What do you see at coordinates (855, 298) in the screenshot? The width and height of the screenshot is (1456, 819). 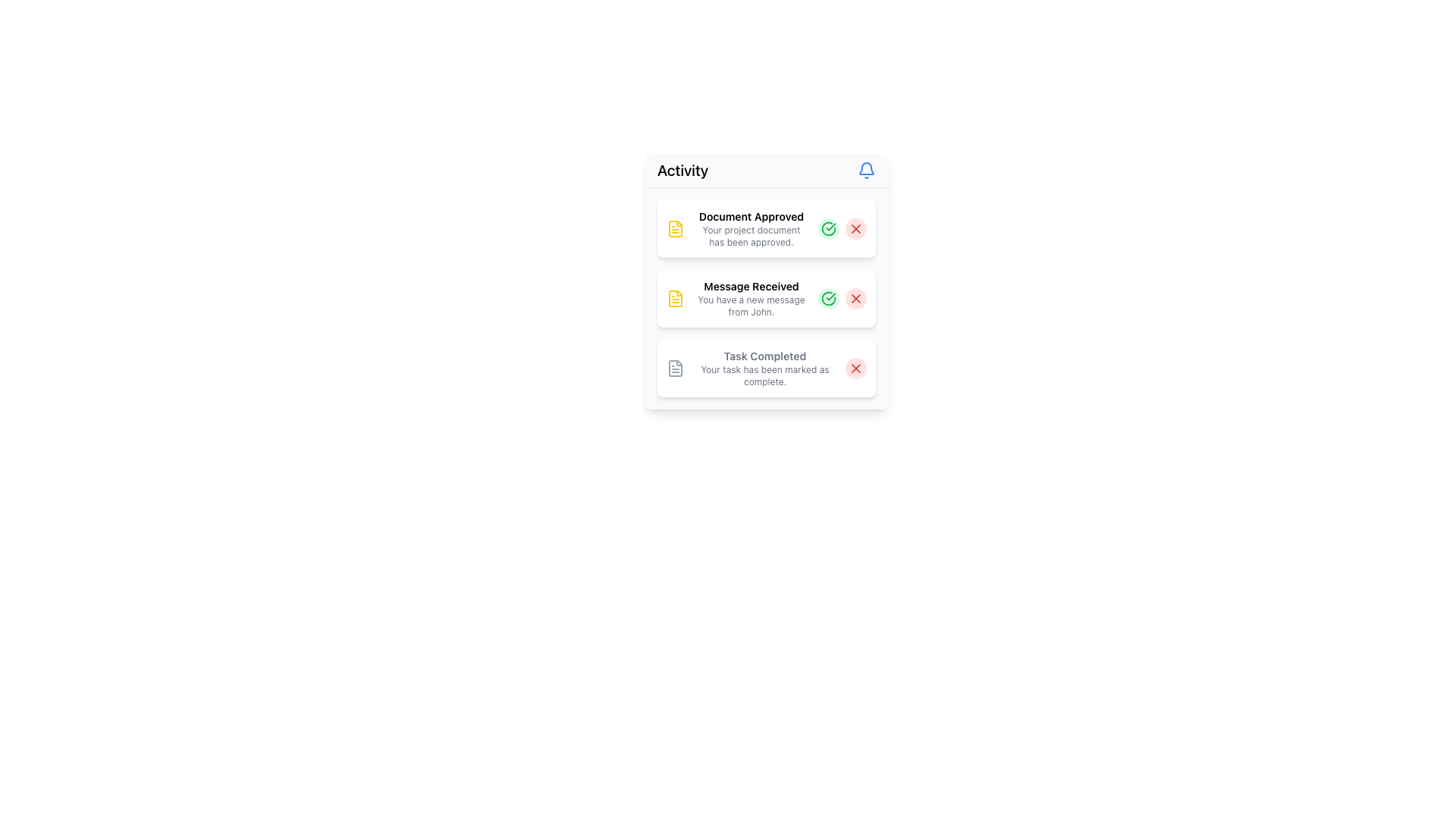 I see `the button for marking the 'Message Received' task as rejected or canceled, located on the right side of the second activity item labeled 'Message Received', next to the green check-mark icon` at bounding box center [855, 298].